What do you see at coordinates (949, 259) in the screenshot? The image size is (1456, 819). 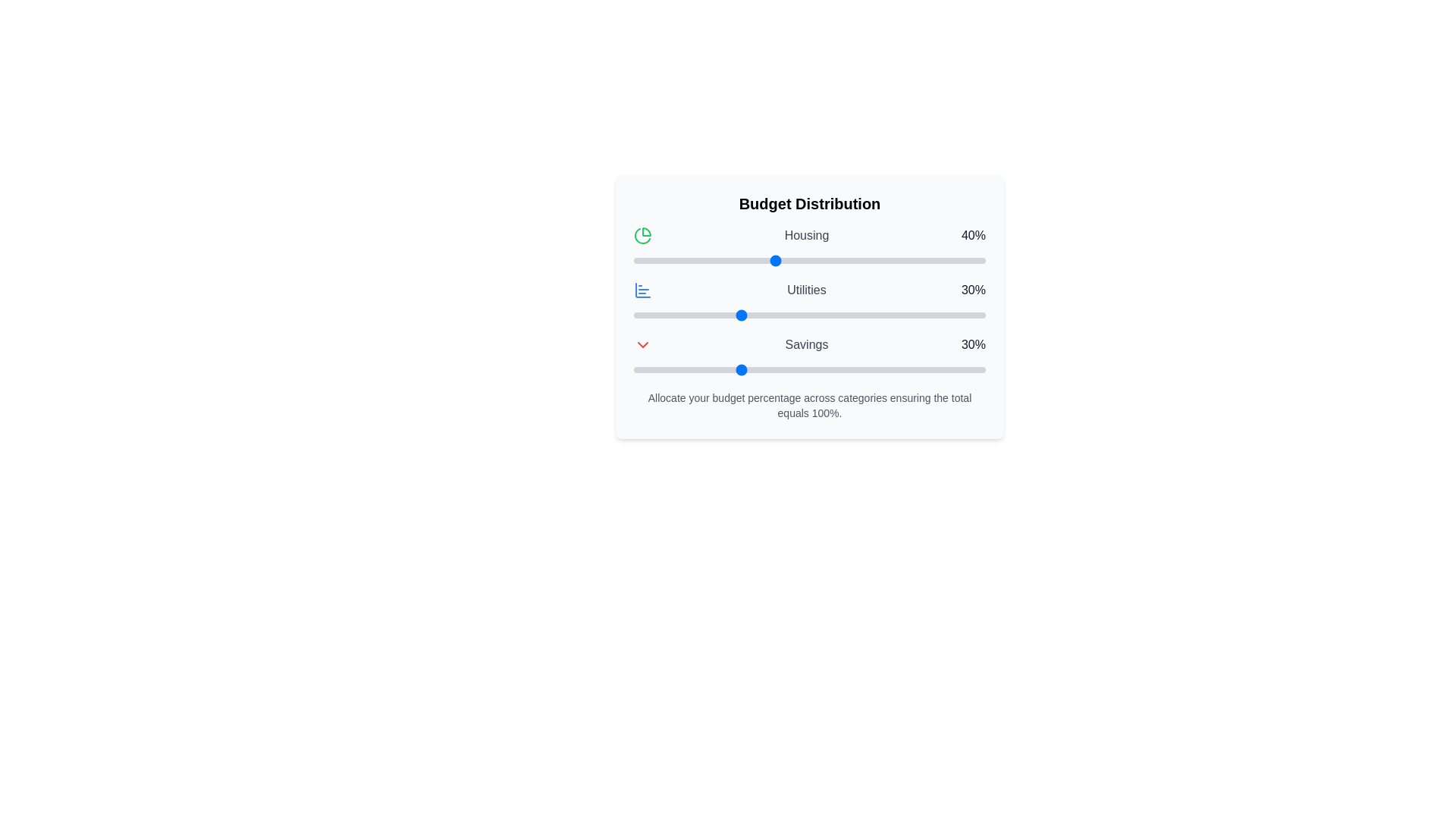 I see `housing budget` at bounding box center [949, 259].